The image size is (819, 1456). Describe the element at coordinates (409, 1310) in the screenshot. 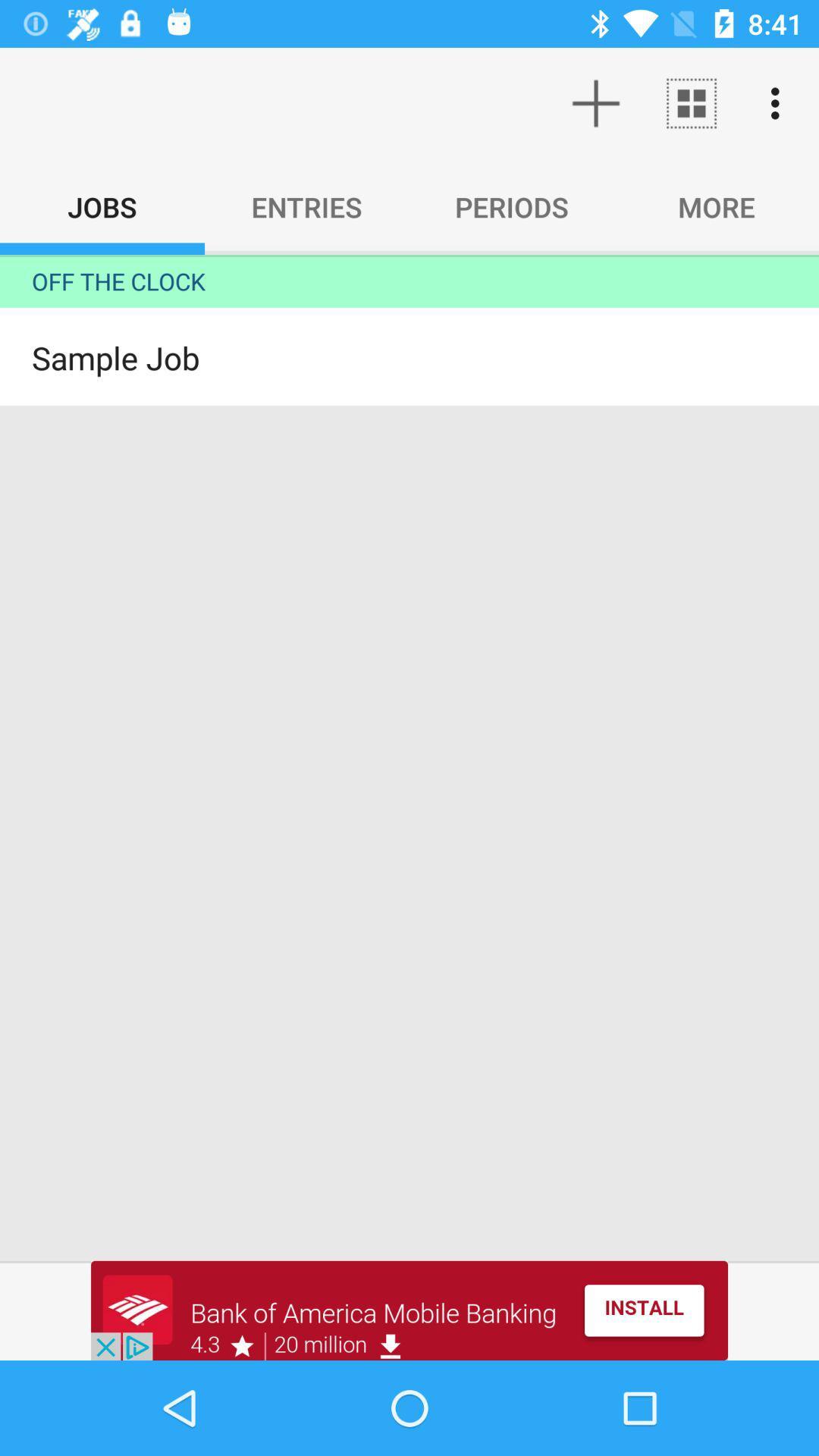

I see `advertisement` at that location.